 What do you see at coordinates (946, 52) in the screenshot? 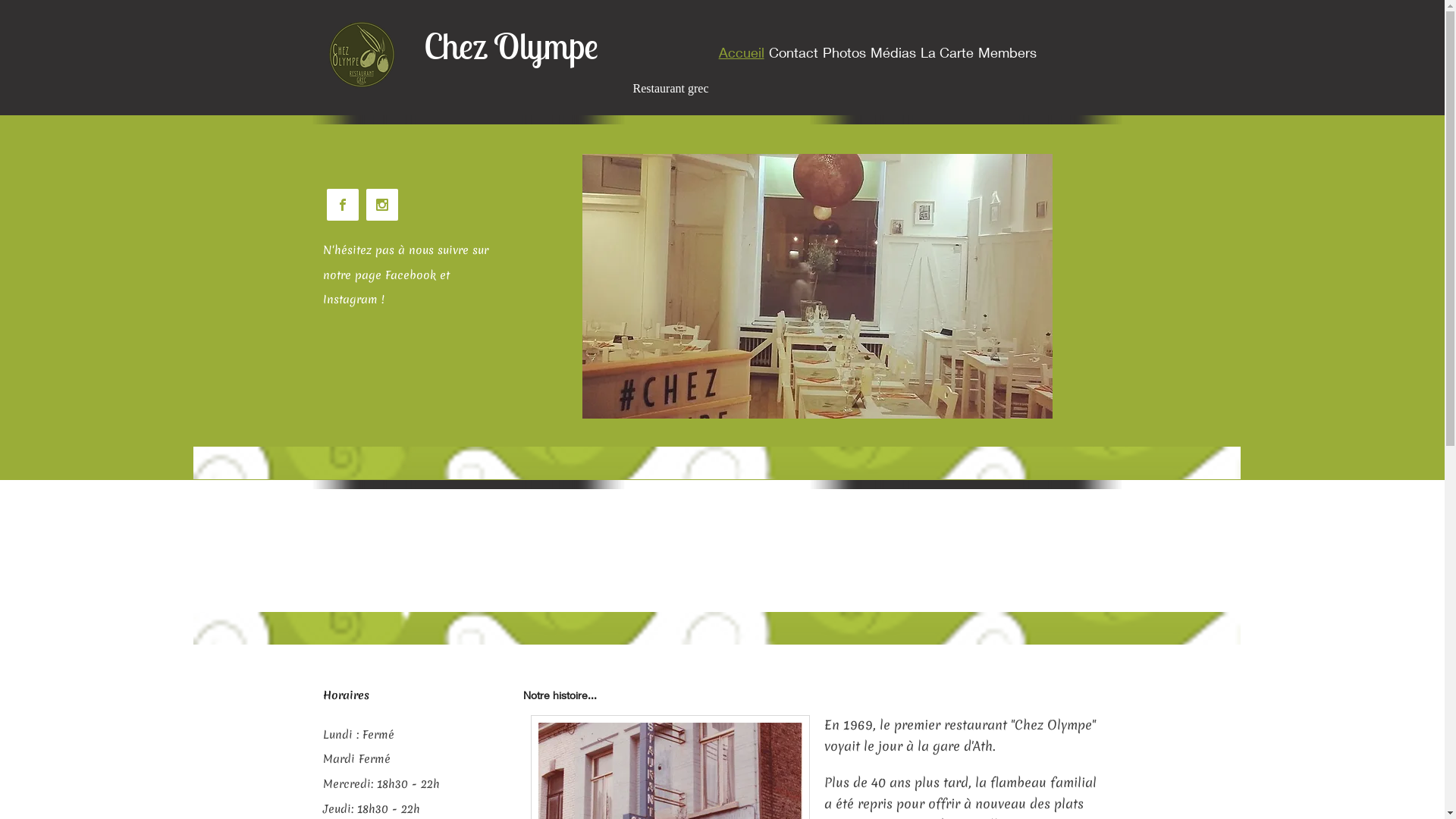
I see `'La Carte'` at bounding box center [946, 52].